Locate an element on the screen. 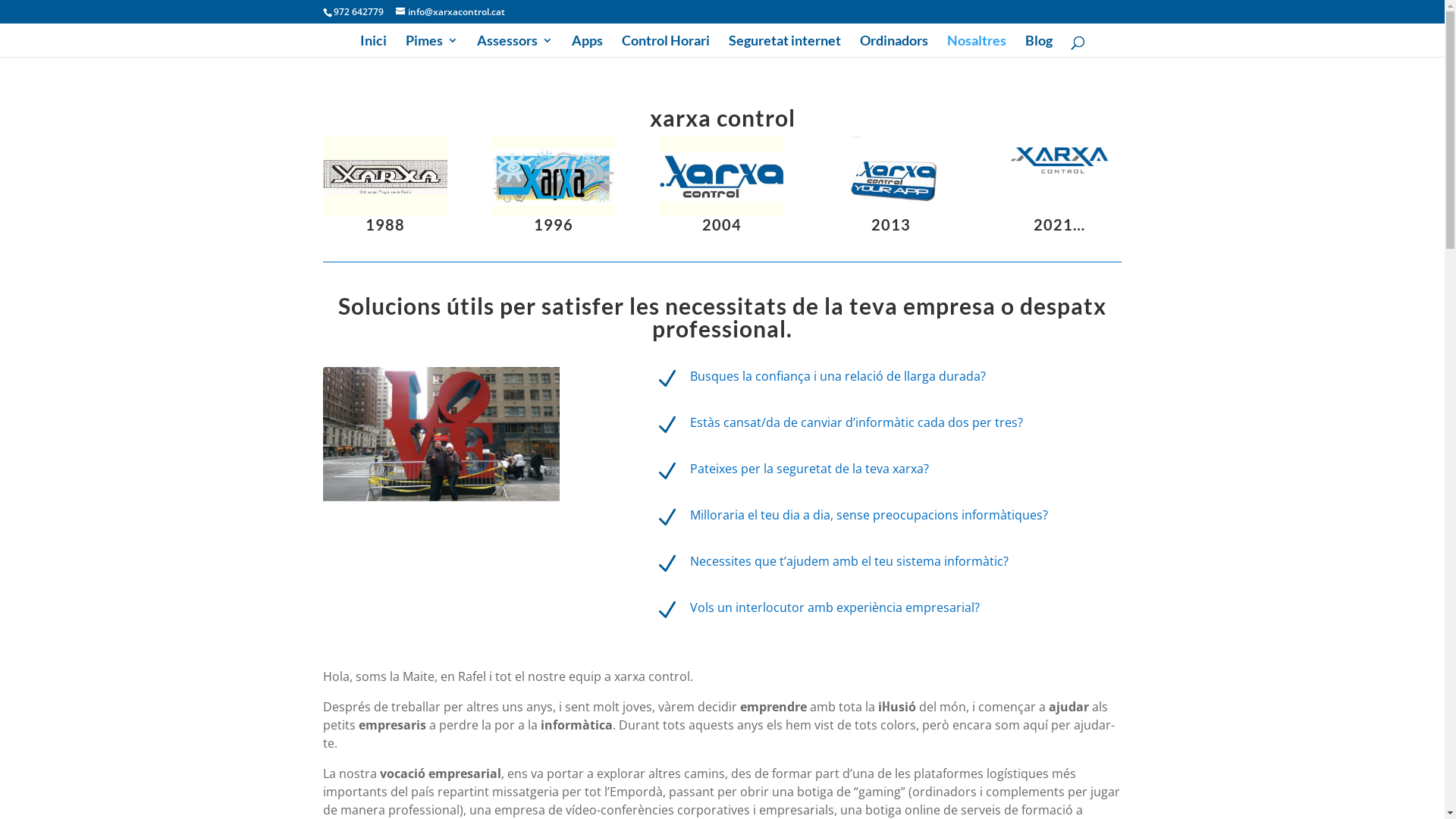 The width and height of the screenshot is (1456, 819). 'Pimes' is located at coordinates (404, 45).